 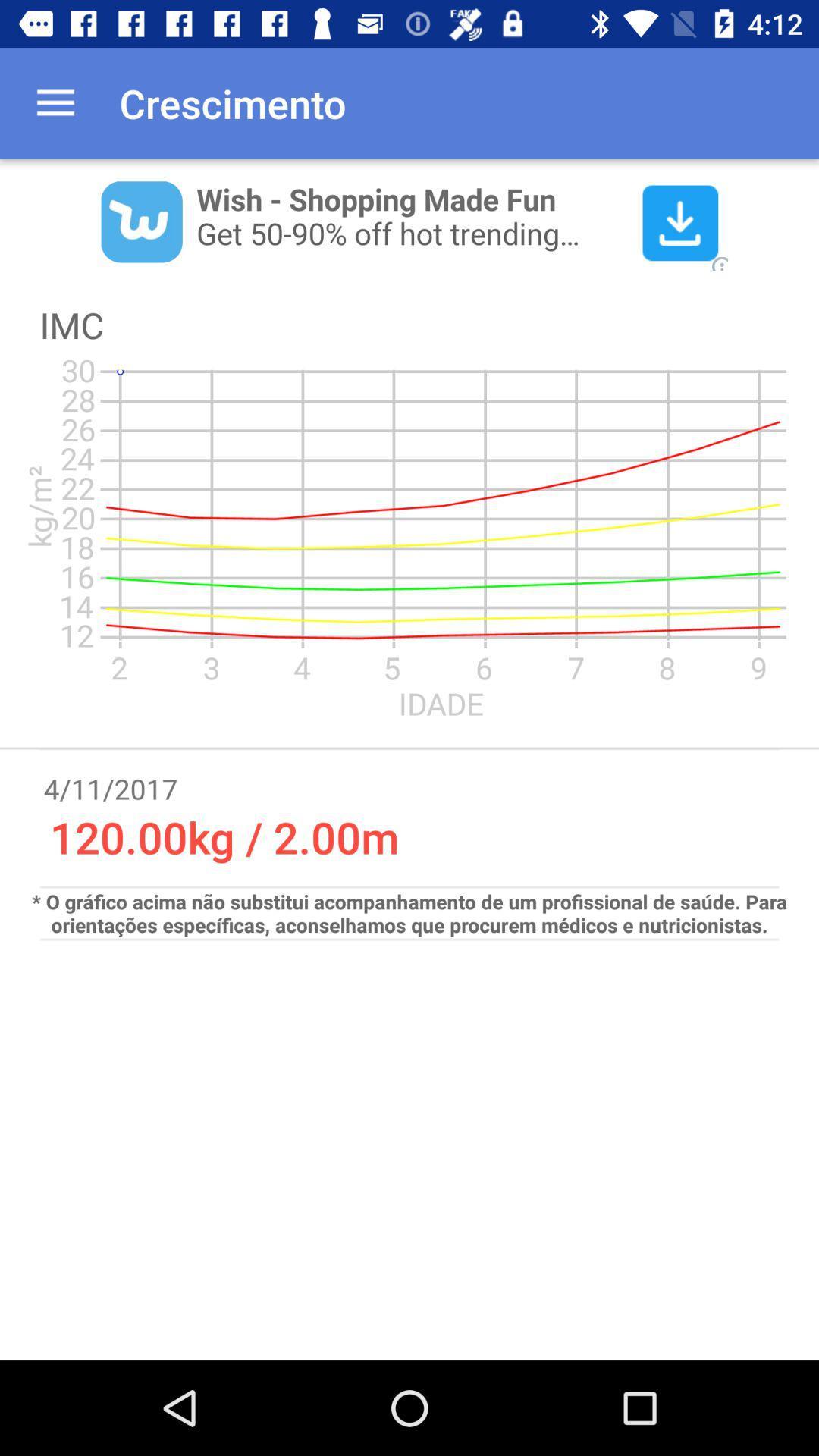 What do you see at coordinates (409, 220) in the screenshot?
I see `open advertisement` at bounding box center [409, 220].